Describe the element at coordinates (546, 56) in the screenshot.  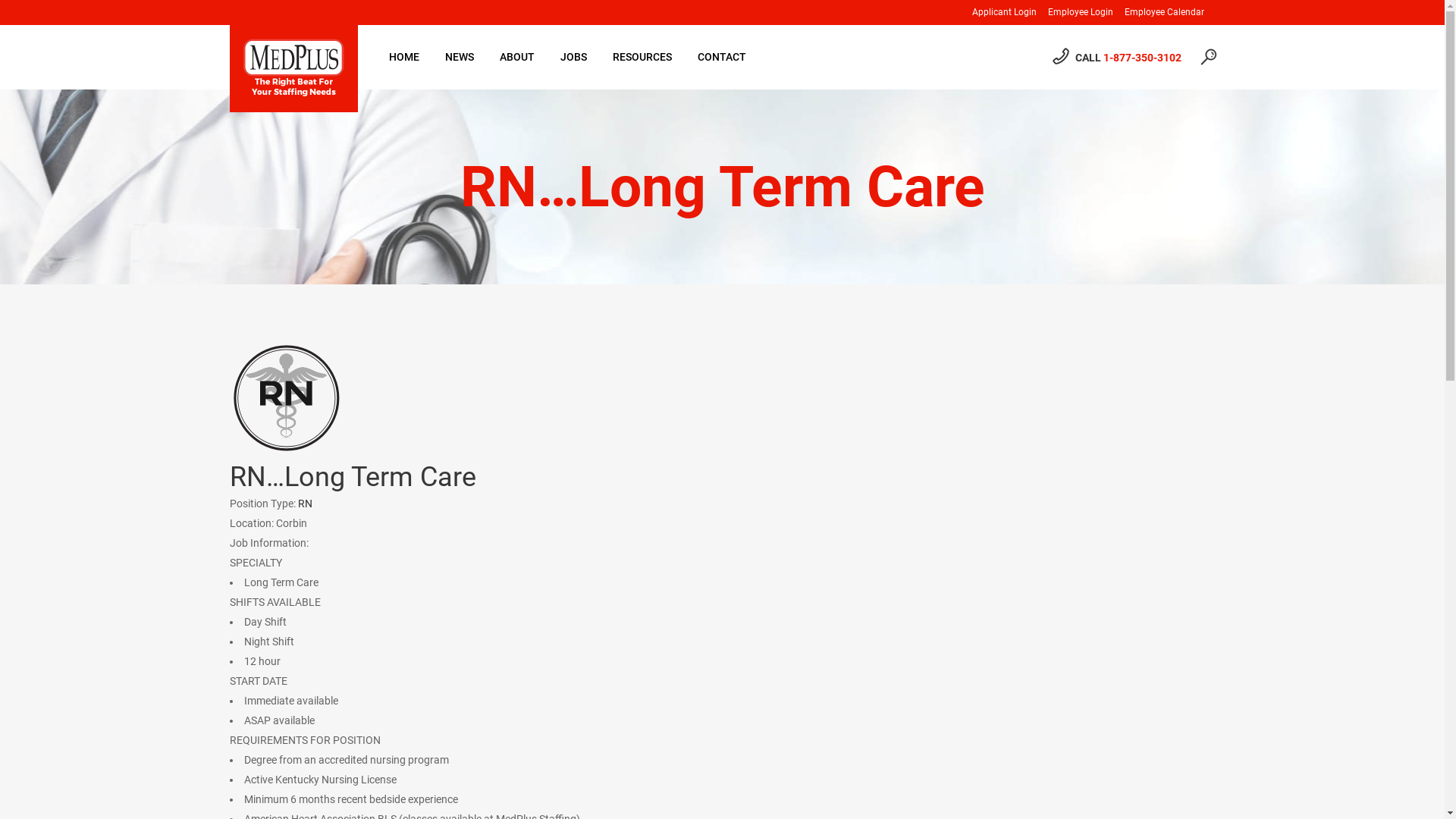
I see `'JOBS'` at that location.